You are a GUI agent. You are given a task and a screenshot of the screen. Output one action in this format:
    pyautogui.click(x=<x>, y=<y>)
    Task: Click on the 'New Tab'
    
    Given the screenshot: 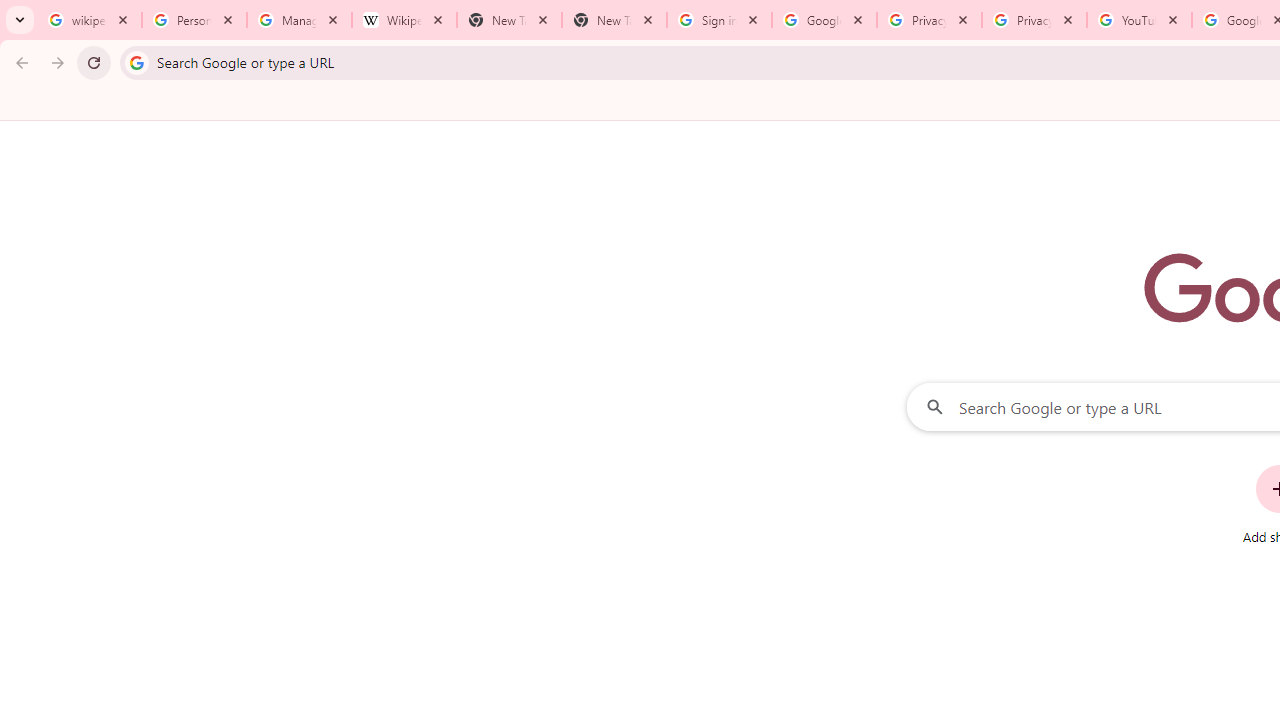 What is the action you would take?
    pyautogui.click(x=613, y=20)
    